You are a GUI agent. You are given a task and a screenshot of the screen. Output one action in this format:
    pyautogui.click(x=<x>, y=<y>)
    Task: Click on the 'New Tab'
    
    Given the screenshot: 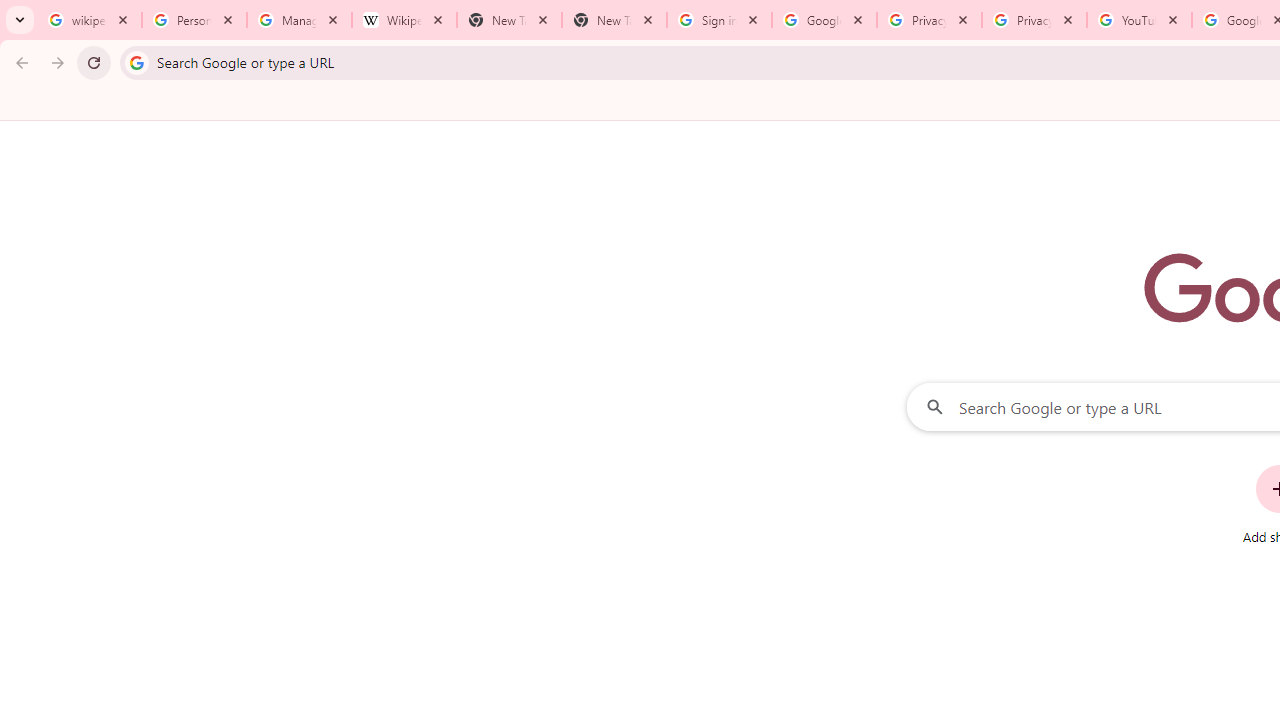 What is the action you would take?
    pyautogui.click(x=613, y=20)
    